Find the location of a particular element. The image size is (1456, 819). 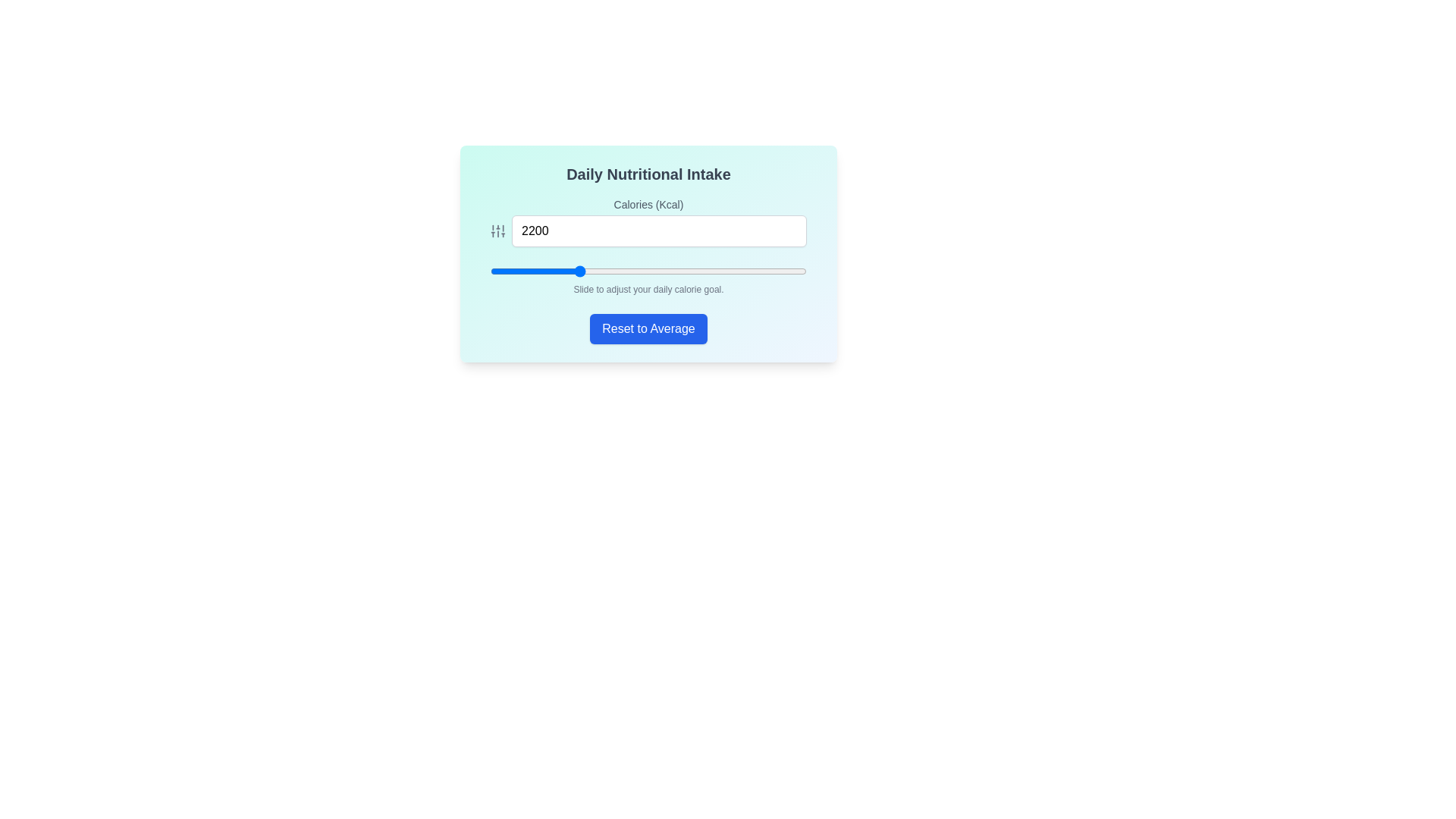

the calorie goal is located at coordinates (524, 271).